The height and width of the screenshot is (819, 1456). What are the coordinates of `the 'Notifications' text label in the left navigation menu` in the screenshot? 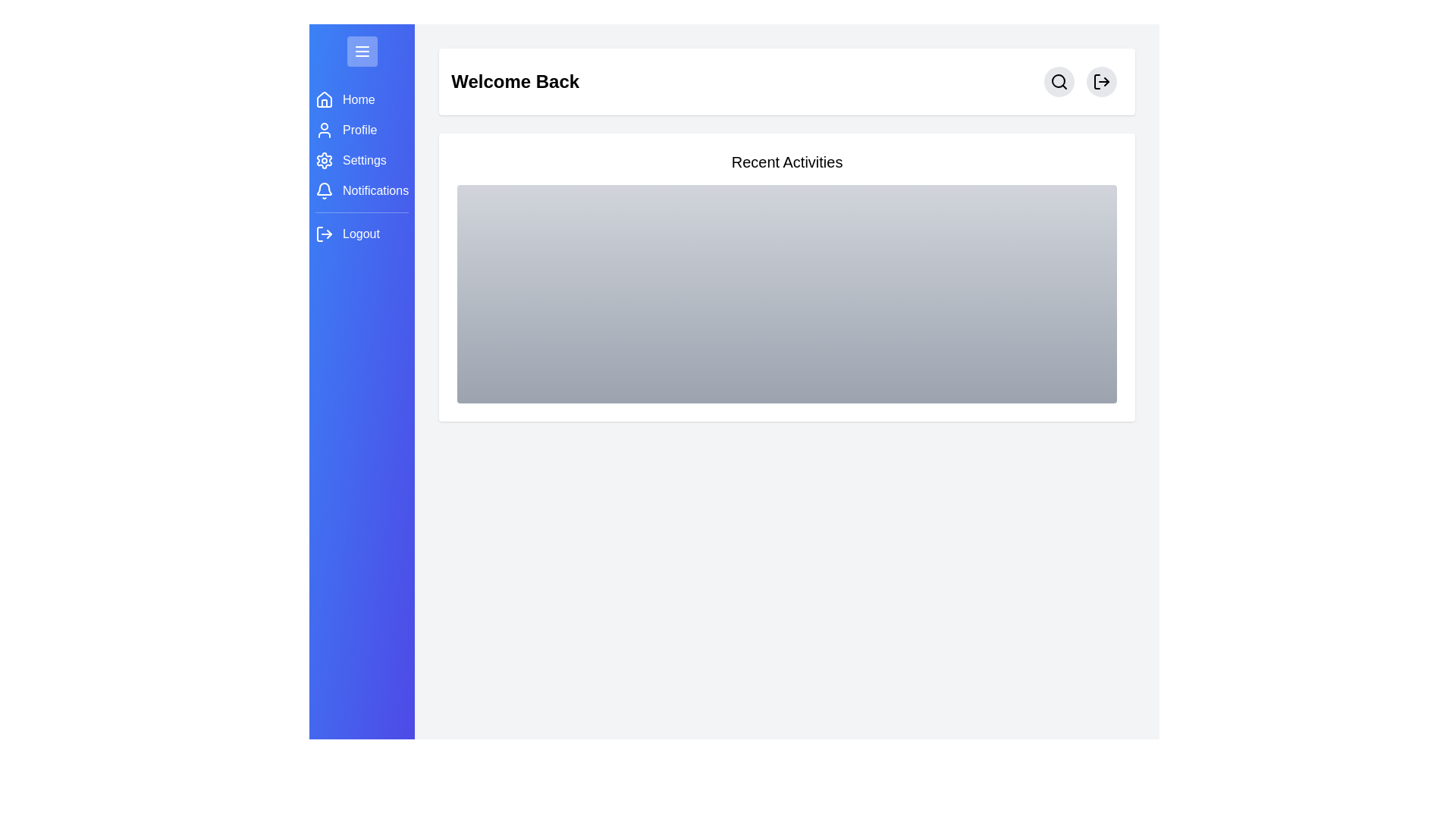 It's located at (375, 190).